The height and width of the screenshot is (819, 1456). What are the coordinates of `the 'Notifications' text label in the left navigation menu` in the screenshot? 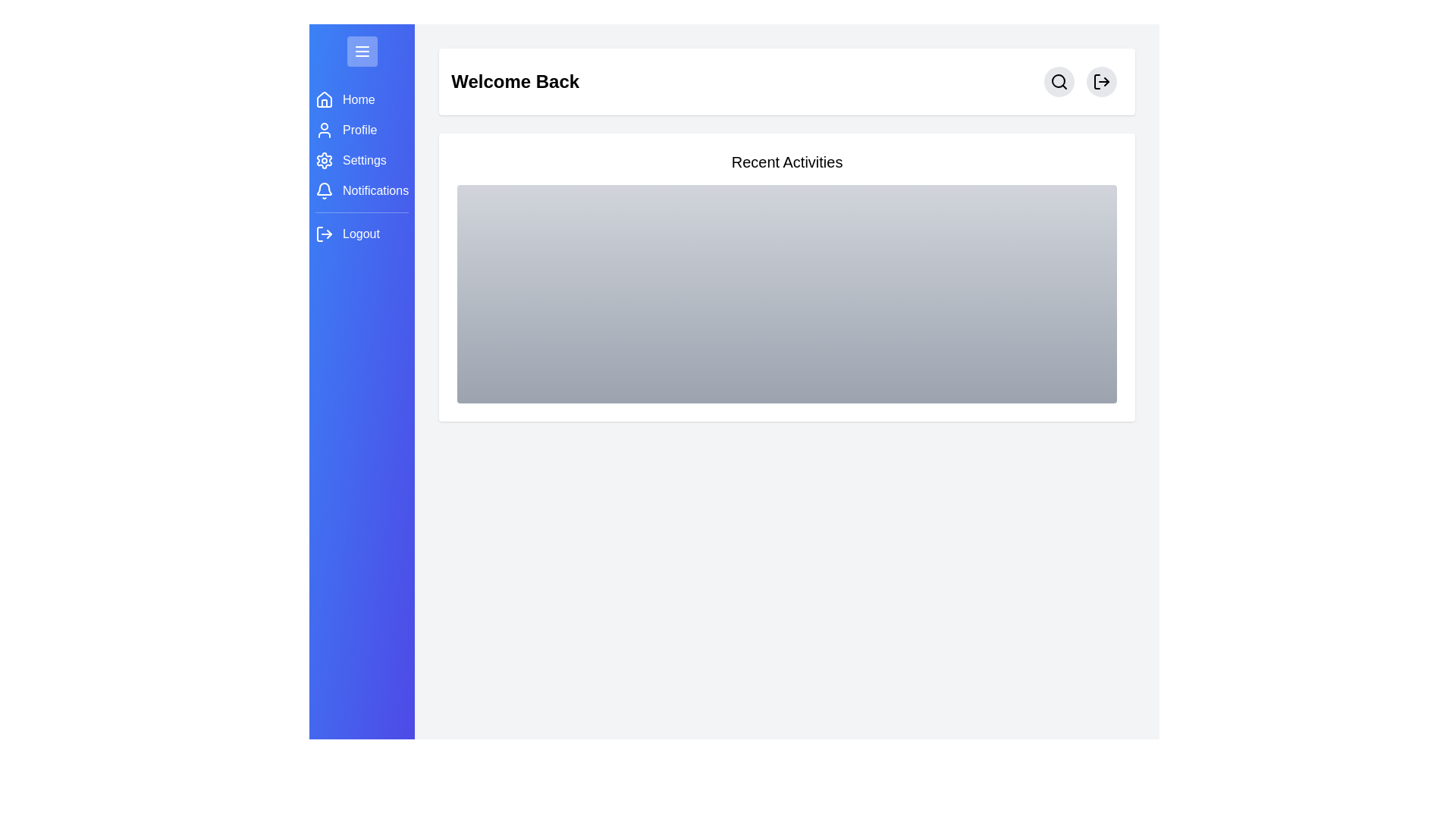 It's located at (375, 190).